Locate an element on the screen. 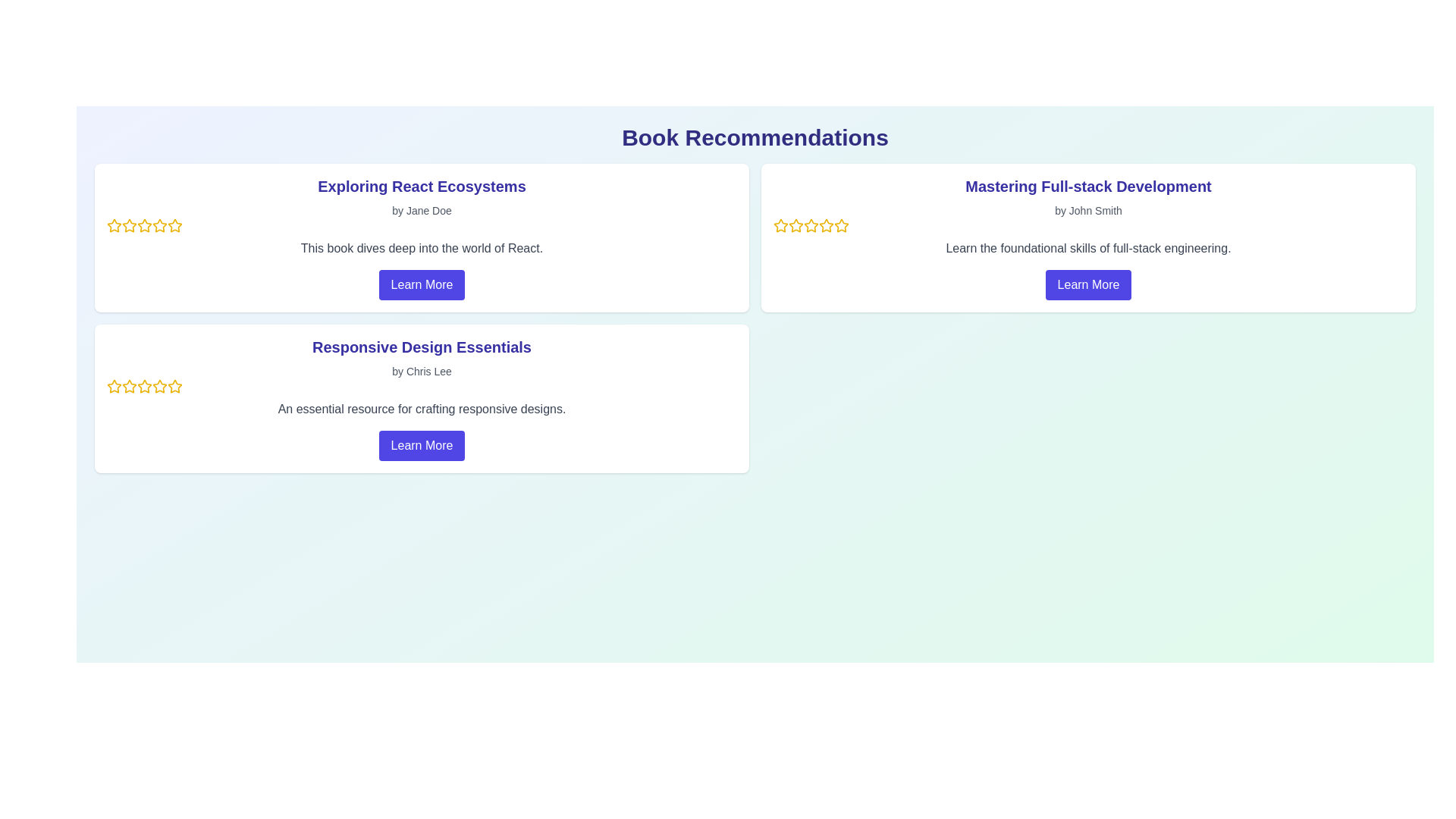 The height and width of the screenshot is (819, 1456). the leftmost golden star icon in the rating row of the card titled 'Exploring React Ecosystems' is located at coordinates (113, 225).